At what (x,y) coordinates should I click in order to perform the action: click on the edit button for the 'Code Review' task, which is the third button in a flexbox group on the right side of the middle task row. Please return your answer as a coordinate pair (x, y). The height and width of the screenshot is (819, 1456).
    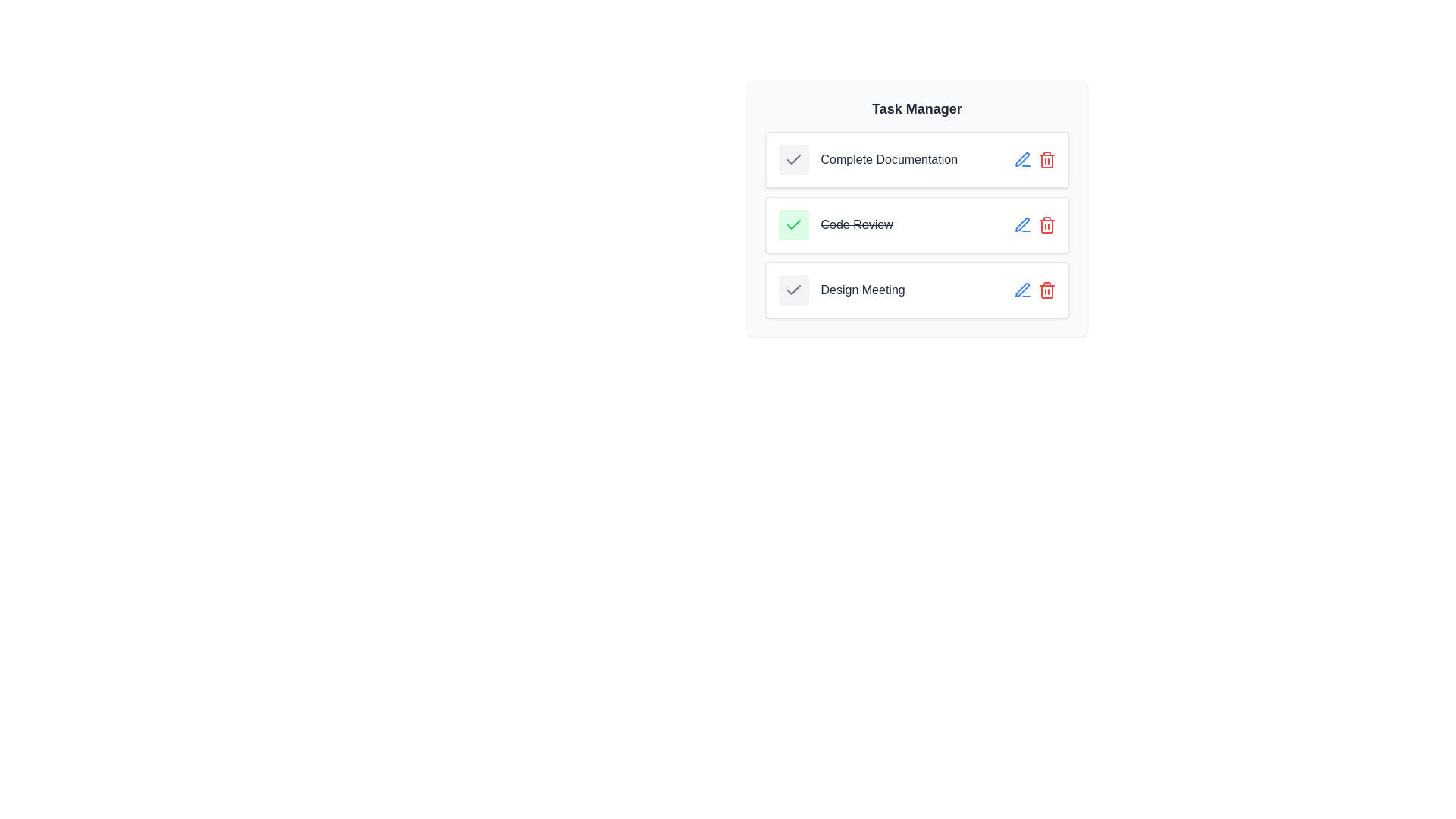
    Looking at the image, I should click on (1022, 225).